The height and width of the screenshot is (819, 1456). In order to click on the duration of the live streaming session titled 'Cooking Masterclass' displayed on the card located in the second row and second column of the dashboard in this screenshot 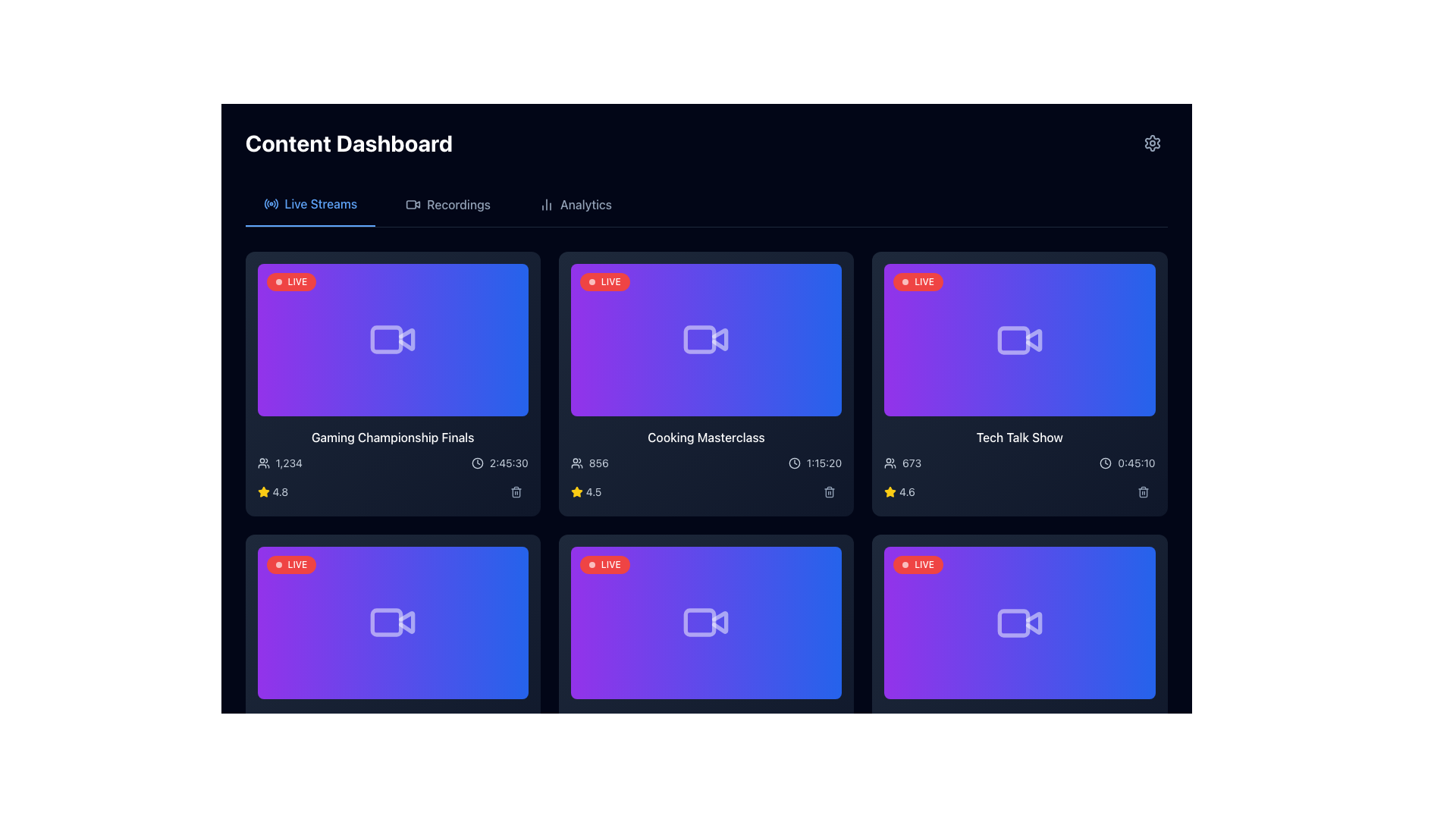, I will do `click(705, 465)`.